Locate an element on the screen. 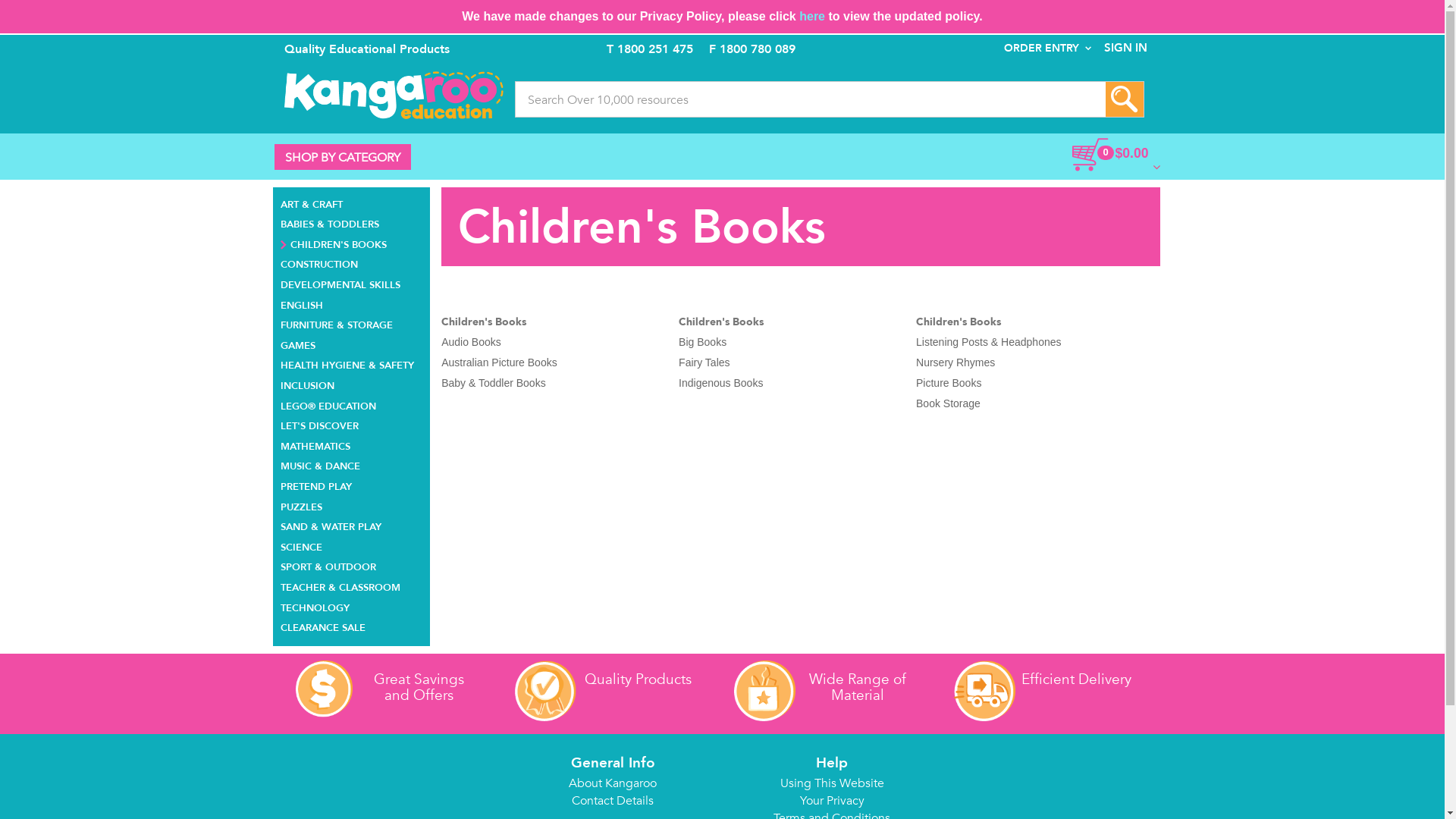 This screenshot has width=1456, height=819. 'CONSTRUCTION' is located at coordinates (280, 262).